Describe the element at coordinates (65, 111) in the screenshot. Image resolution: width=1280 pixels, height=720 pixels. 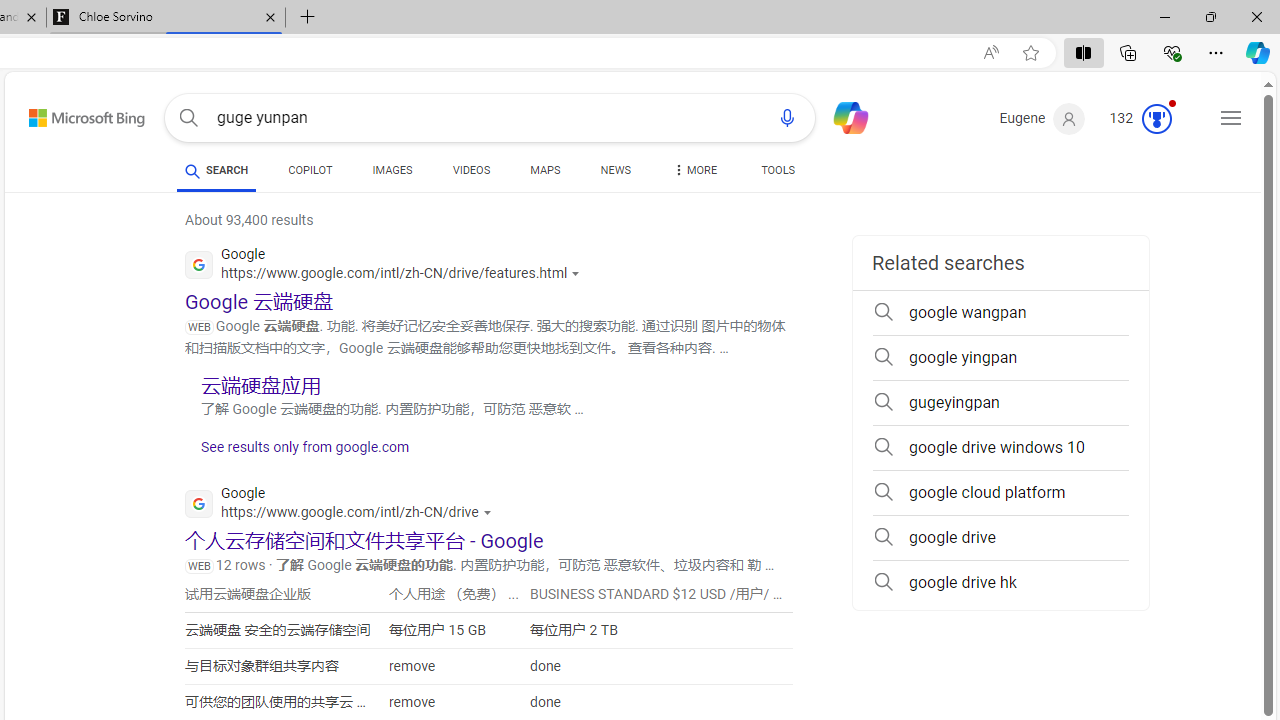
I see `'Skip to content'` at that location.